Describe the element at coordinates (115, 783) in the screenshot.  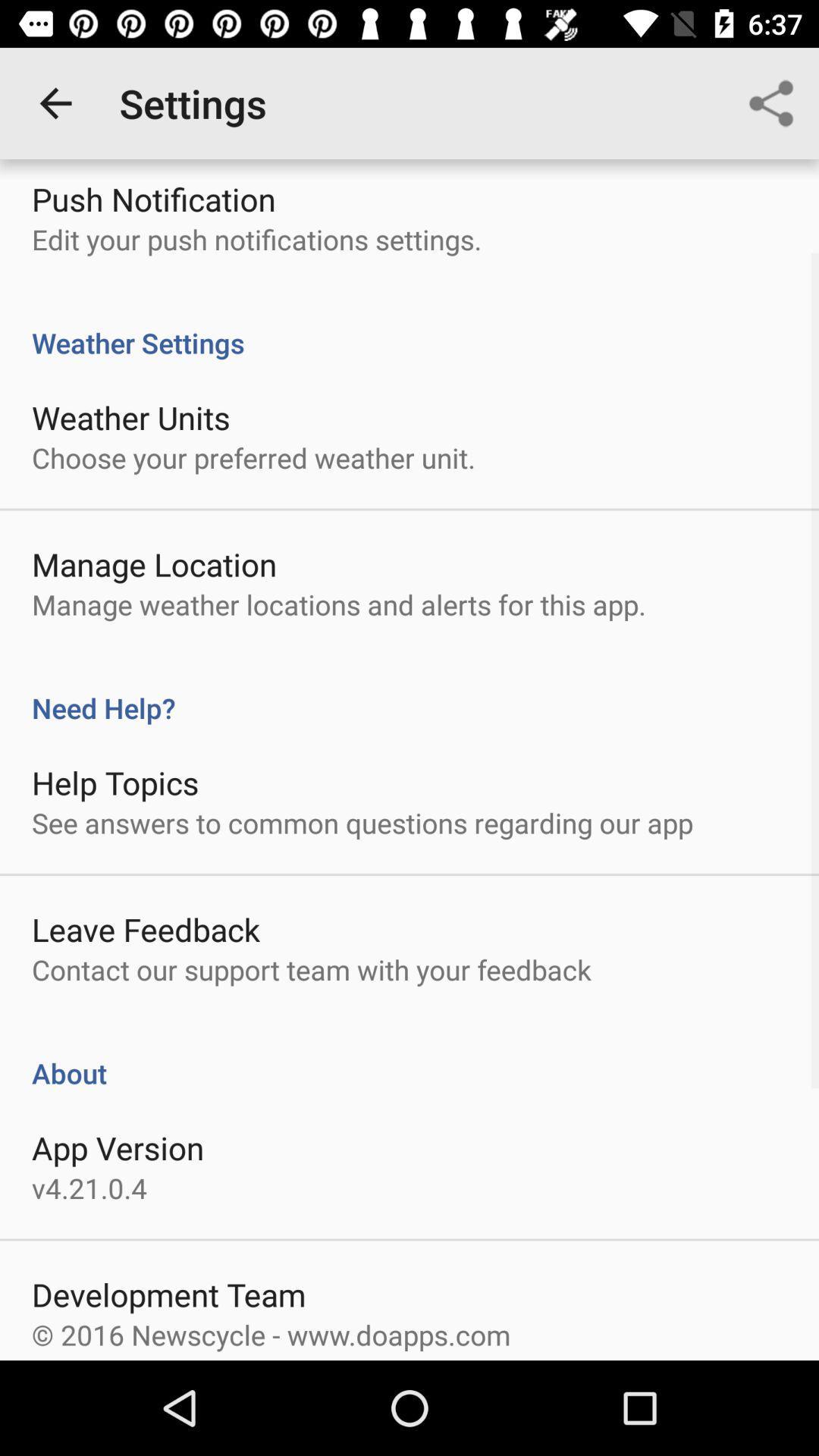
I see `help topics icon` at that location.